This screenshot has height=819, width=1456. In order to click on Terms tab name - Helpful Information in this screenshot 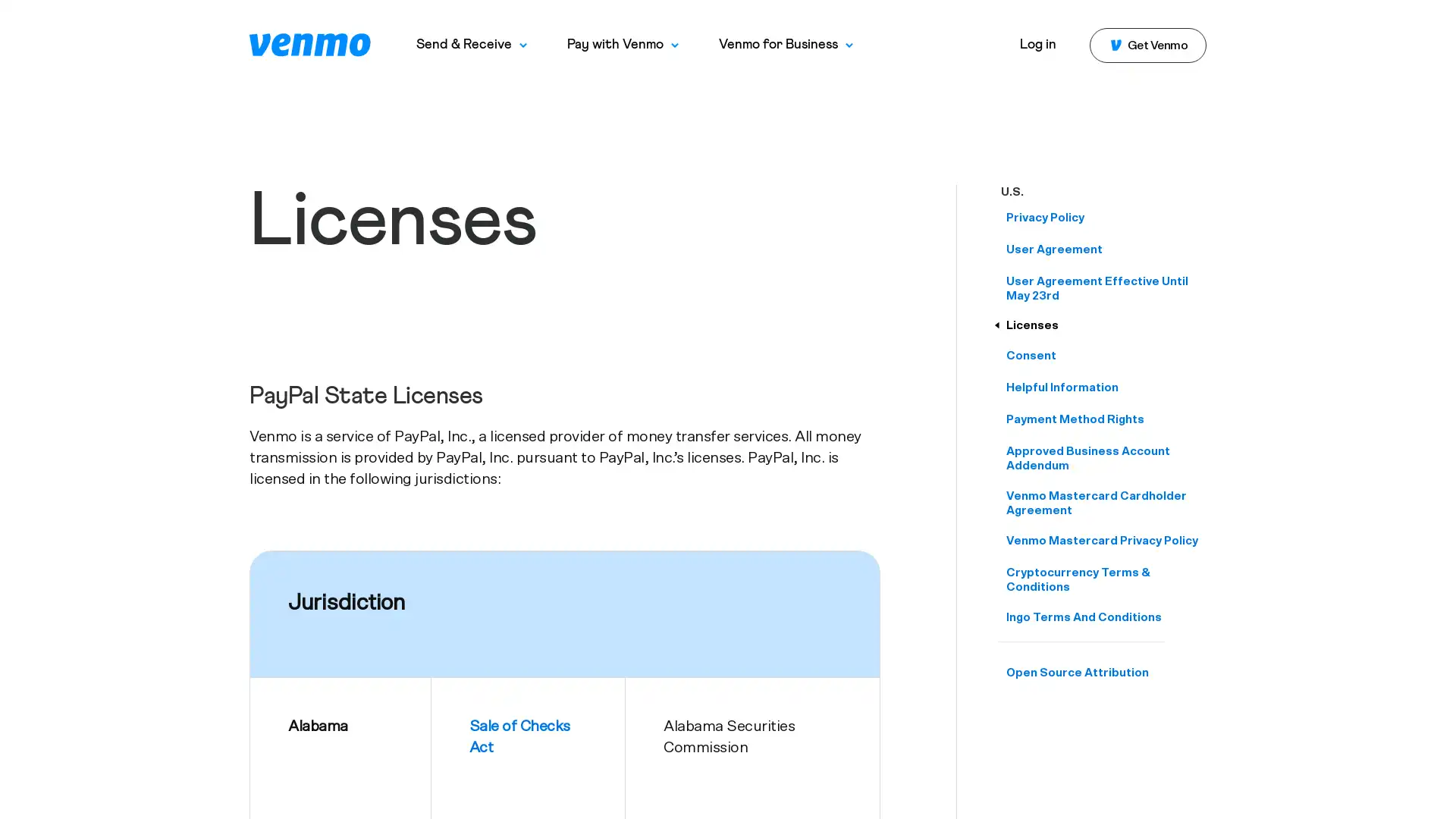, I will do `click(1106, 387)`.